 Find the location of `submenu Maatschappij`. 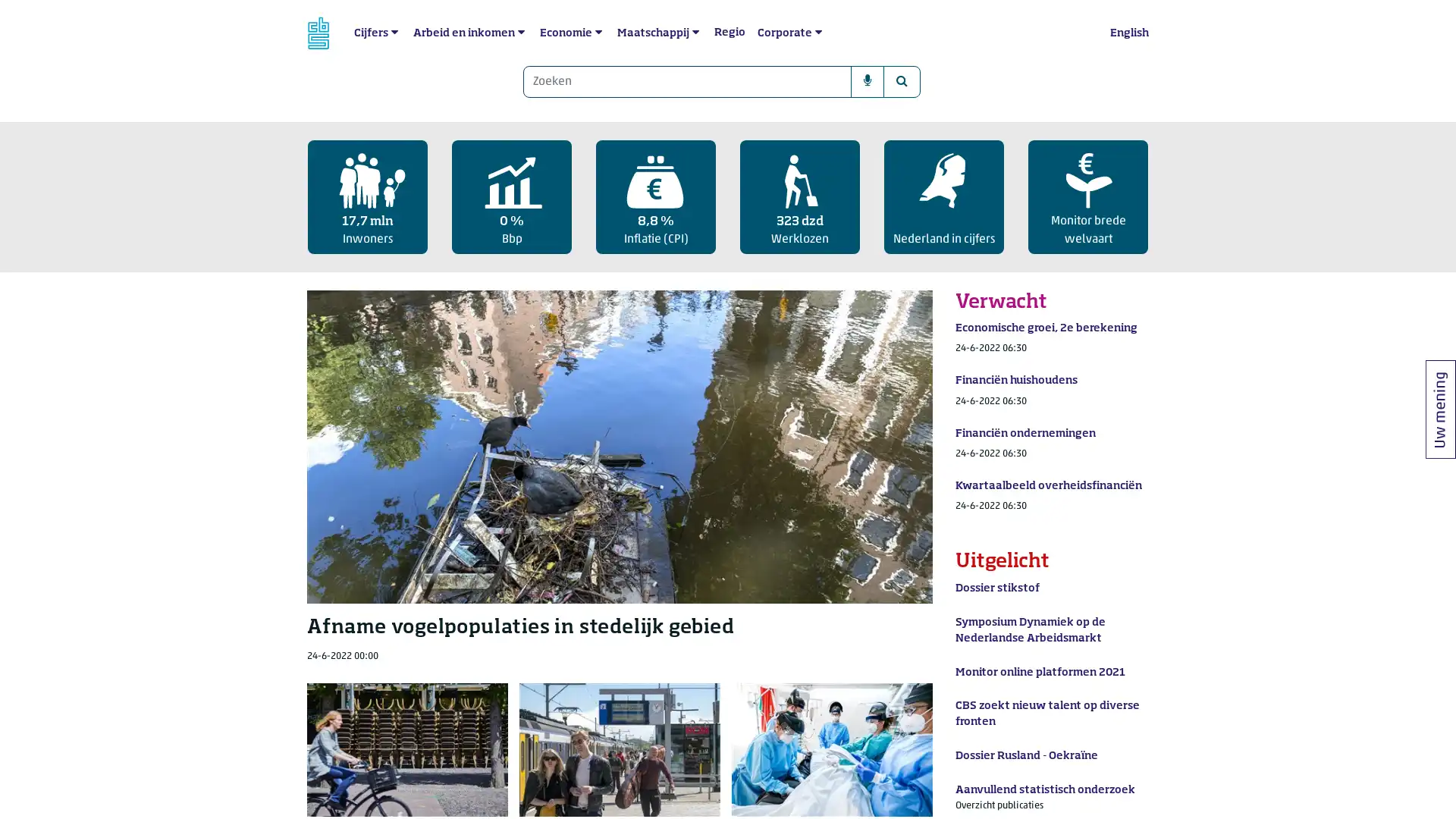

submenu Maatschappij is located at coordinates (695, 32).